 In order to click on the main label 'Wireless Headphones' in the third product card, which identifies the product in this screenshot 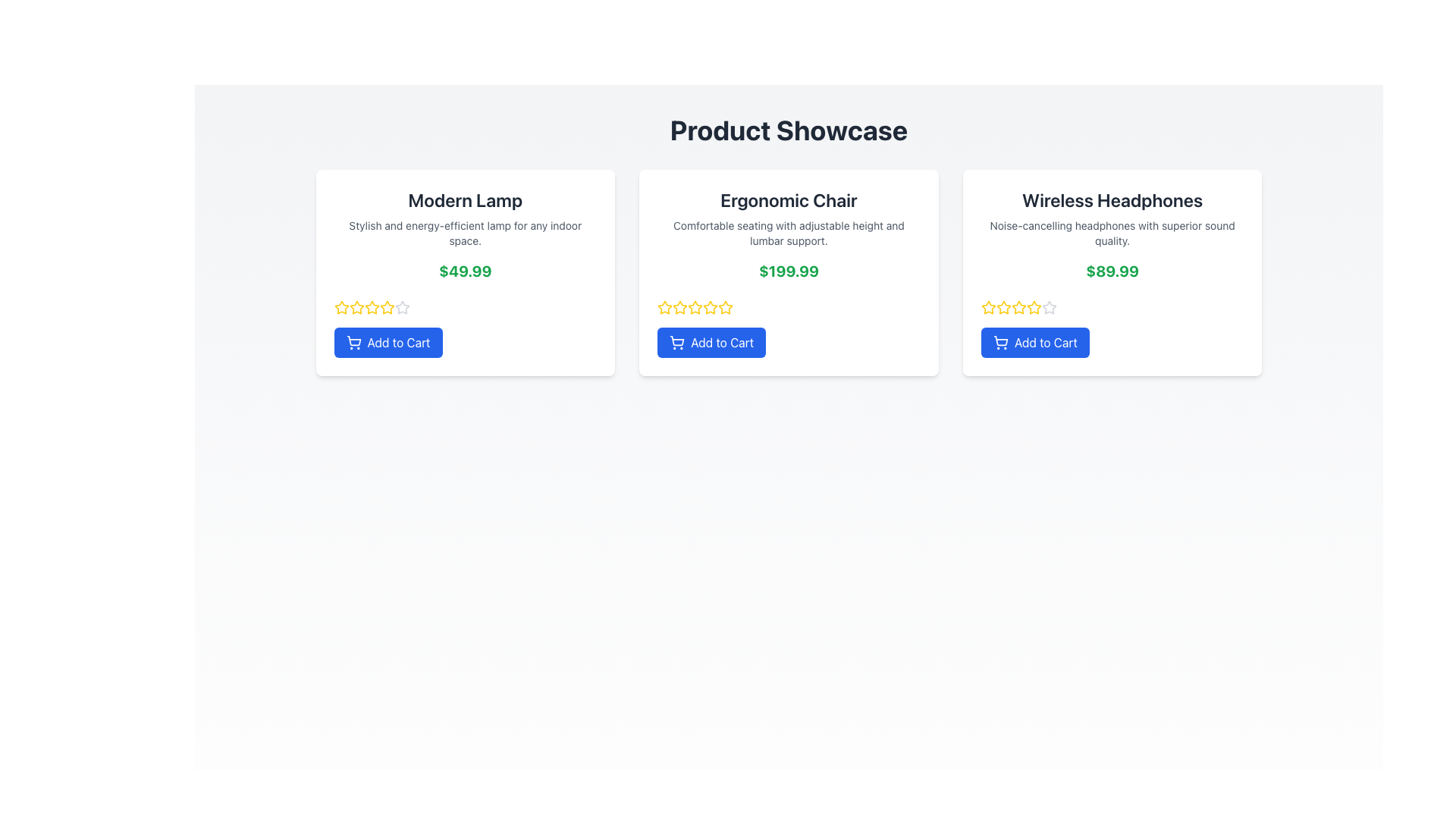, I will do `click(1112, 199)`.